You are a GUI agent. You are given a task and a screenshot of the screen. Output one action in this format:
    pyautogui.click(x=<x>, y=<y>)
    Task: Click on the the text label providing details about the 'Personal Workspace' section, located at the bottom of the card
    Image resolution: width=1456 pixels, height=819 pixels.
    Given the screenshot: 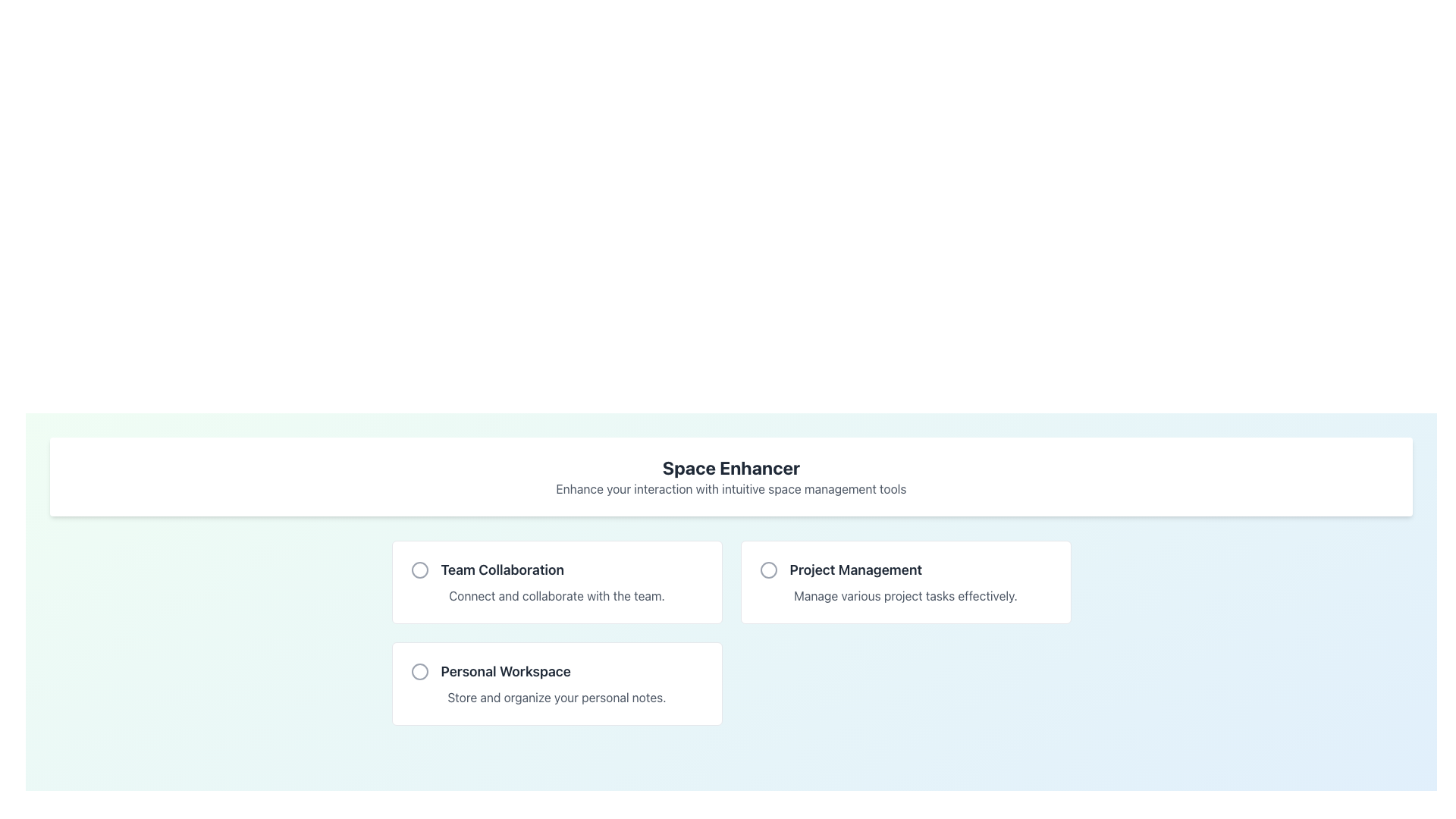 What is the action you would take?
    pyautogui.click(x=556, y=698)
    